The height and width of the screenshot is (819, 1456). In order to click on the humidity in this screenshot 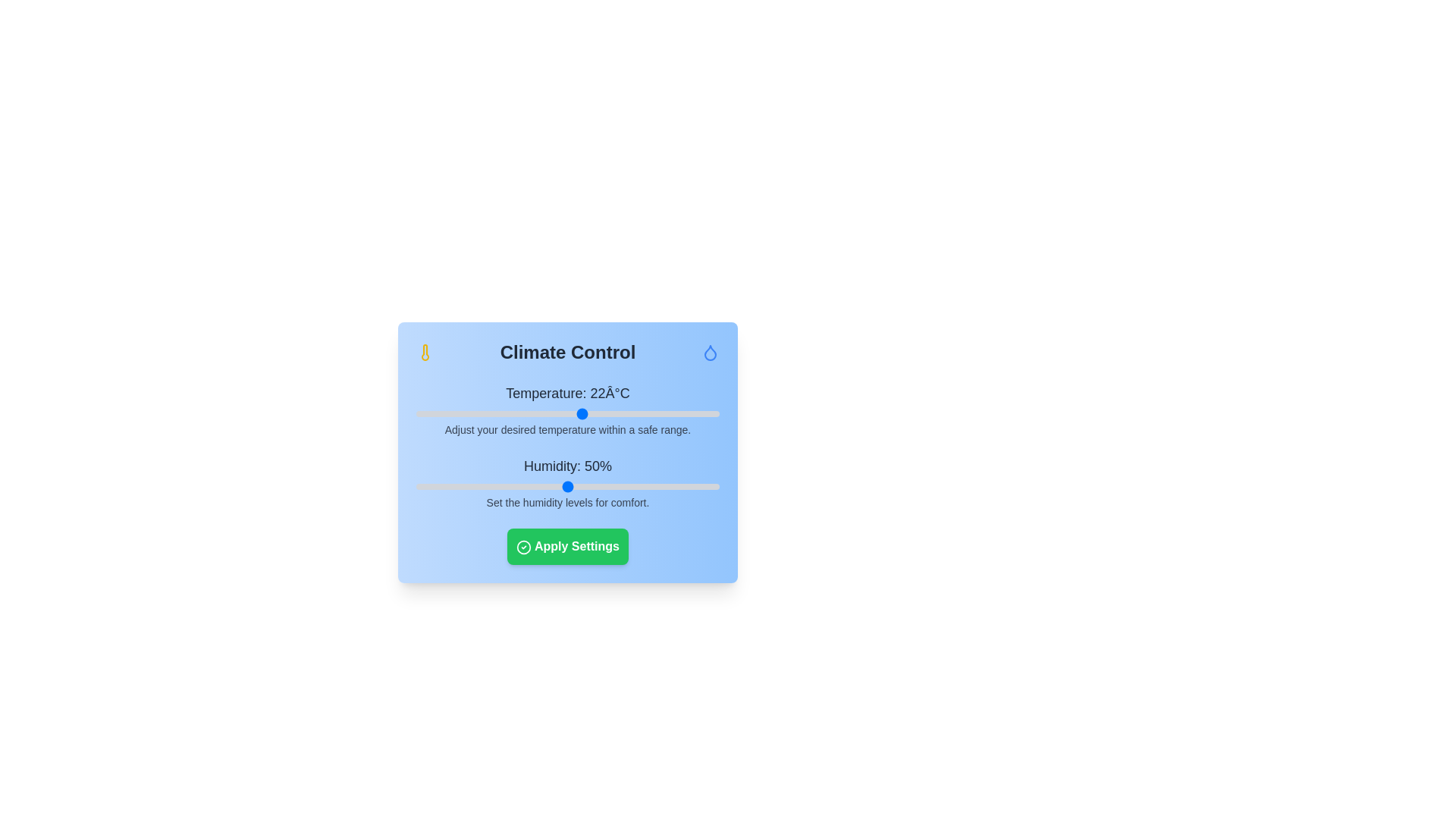, I will do `click(579, 486)`.